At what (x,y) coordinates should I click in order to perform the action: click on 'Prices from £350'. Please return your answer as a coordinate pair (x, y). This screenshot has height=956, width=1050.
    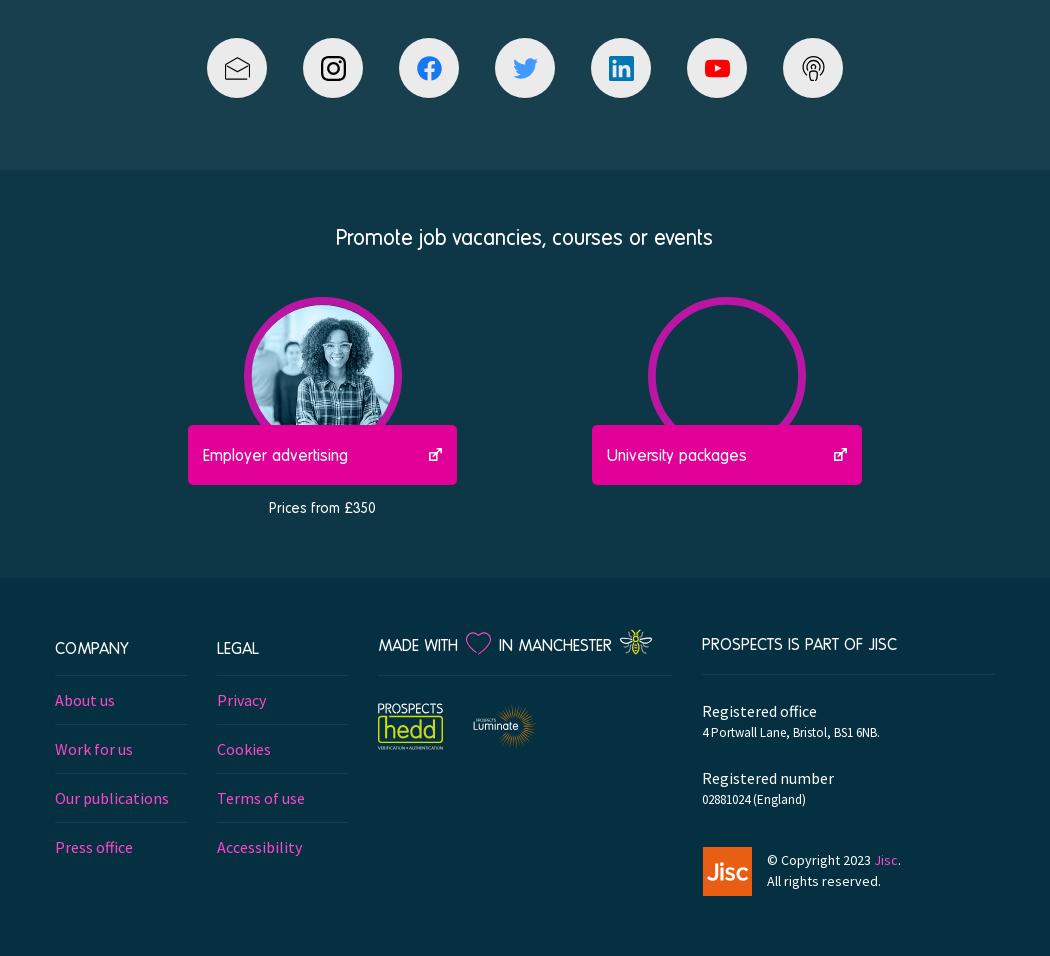
    Looking at the image, I should click on (322, 505).